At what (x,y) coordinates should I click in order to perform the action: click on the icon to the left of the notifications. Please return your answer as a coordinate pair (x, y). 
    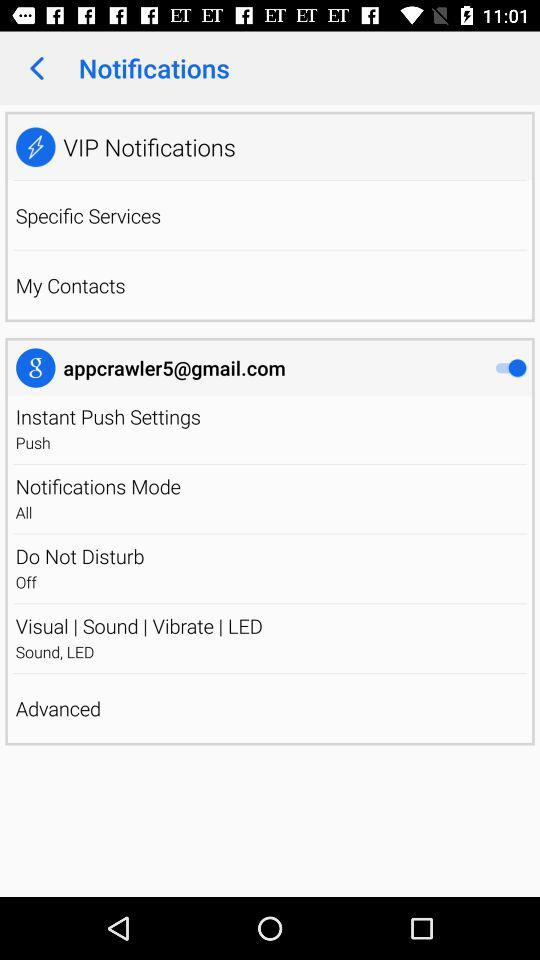
    Looking at the image, I should click on (36, 68).